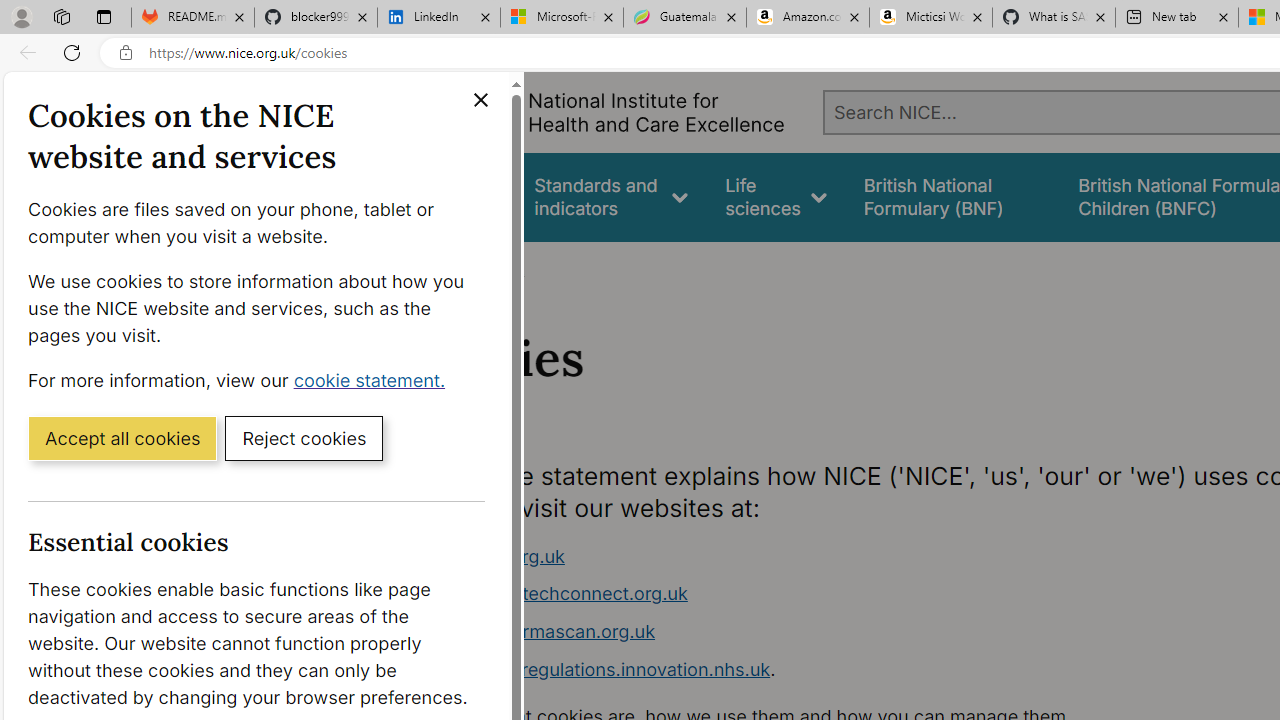 The height and width of the screenshot is (720, 1280). I want to click on 'Refresh', so click(72, 51).